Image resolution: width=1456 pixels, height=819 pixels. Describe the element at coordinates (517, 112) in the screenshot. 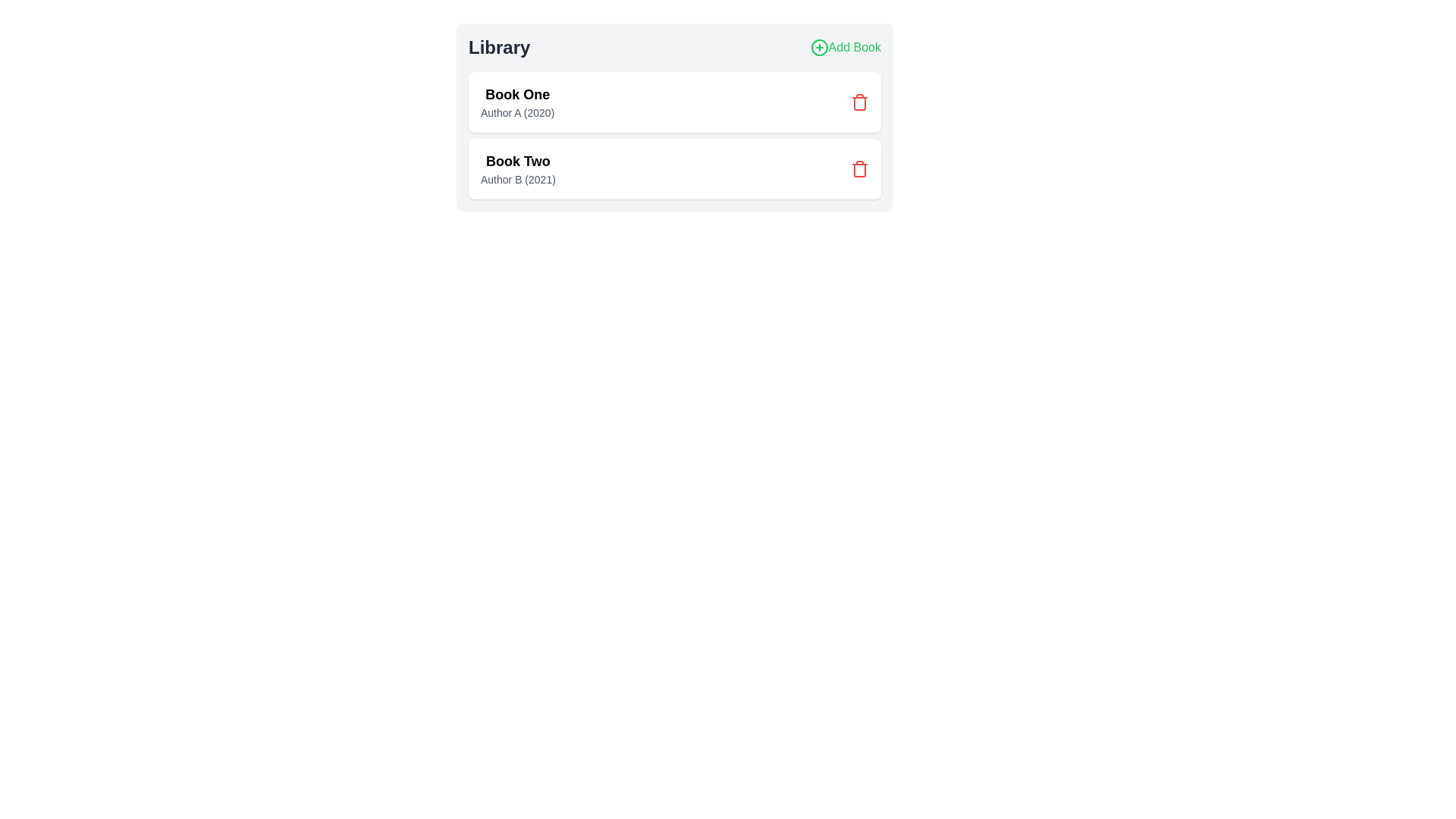

I see `the static text displaying the author and publication year of 'Book One', located directly below its title in the first book entry of the library list` at that location.